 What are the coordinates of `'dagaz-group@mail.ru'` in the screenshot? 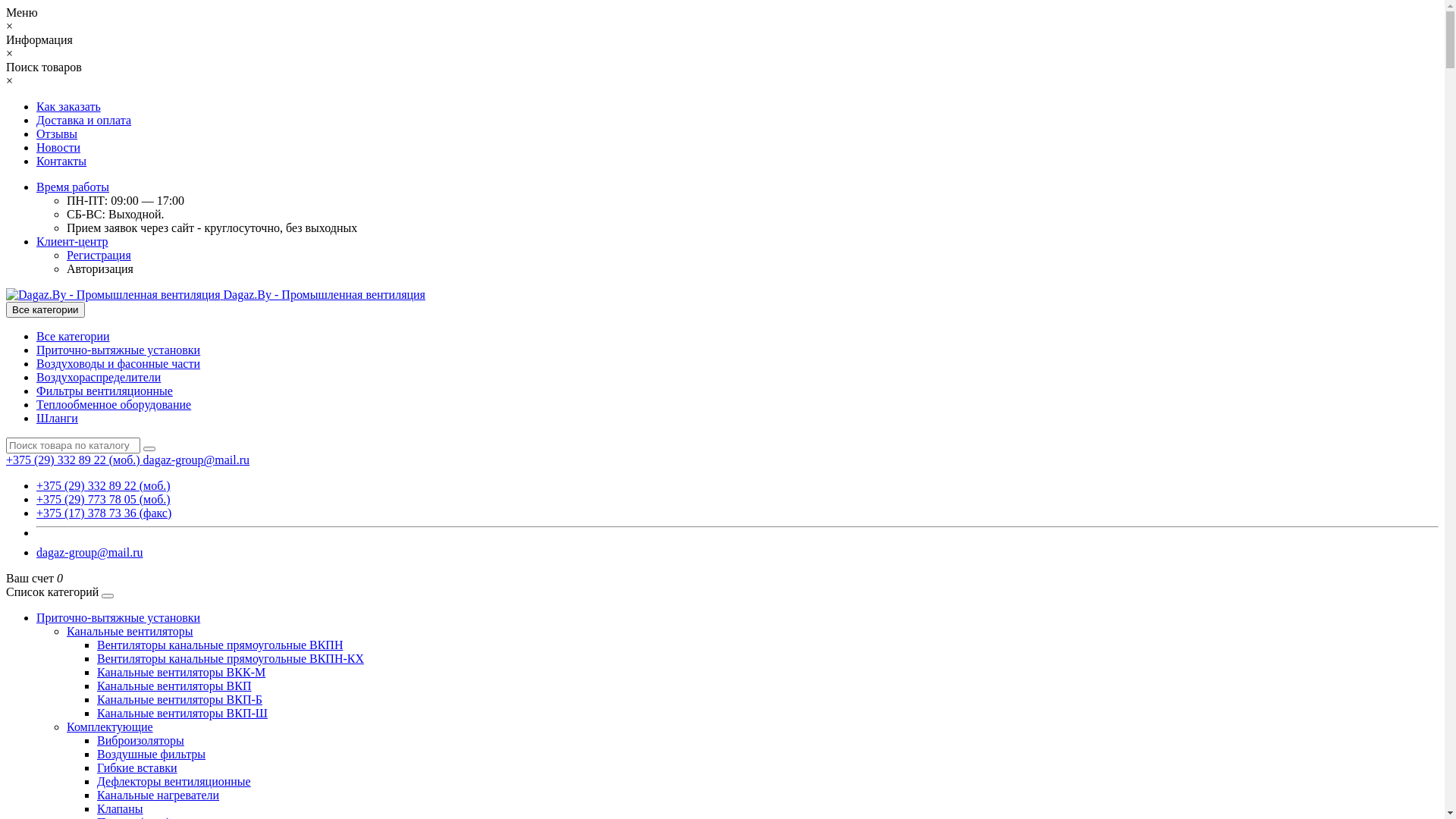 It's located at (196, 459).